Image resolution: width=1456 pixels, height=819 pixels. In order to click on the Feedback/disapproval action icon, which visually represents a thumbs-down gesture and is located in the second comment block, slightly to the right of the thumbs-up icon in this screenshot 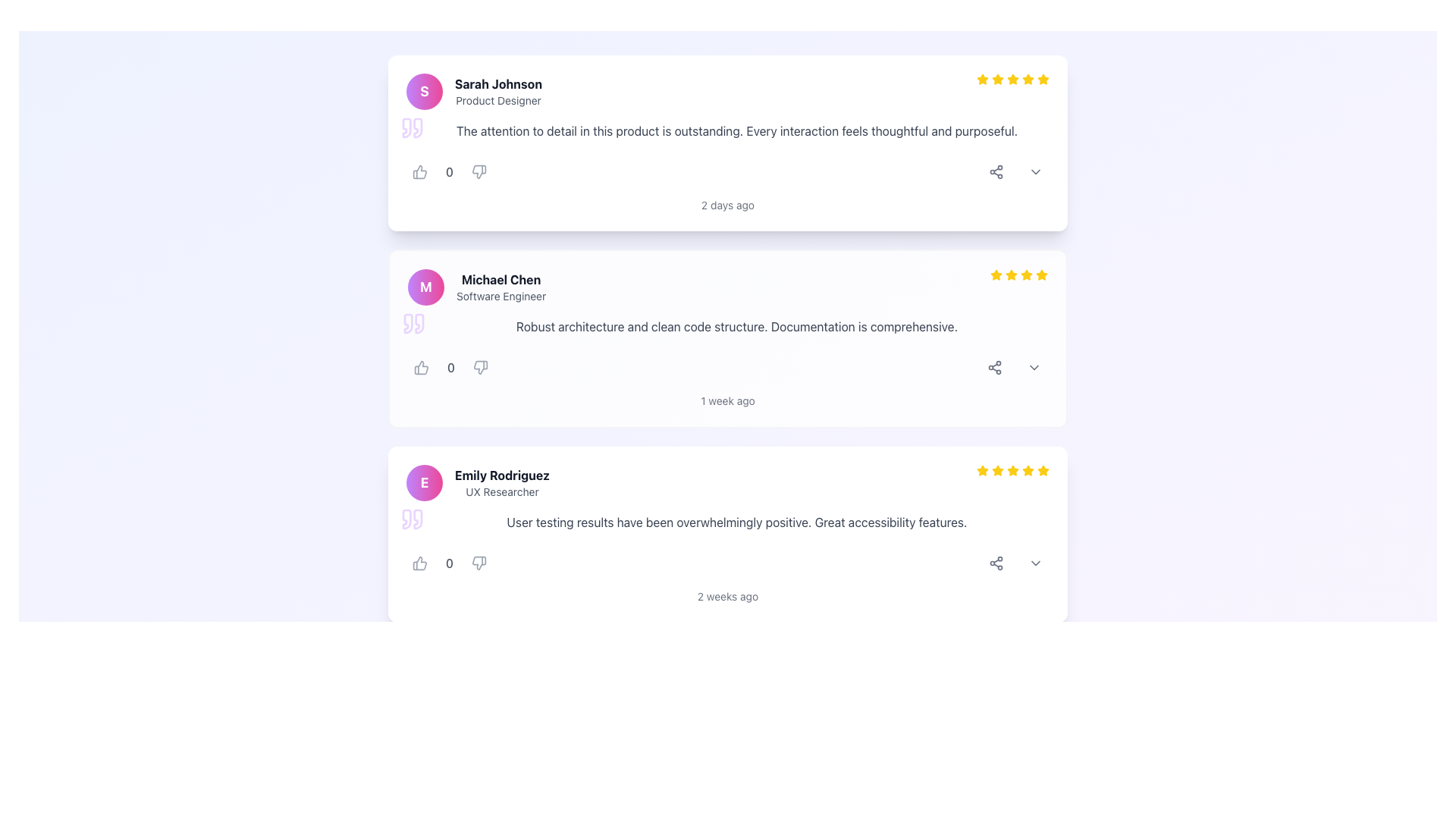, I will do `click(479, 368)`.